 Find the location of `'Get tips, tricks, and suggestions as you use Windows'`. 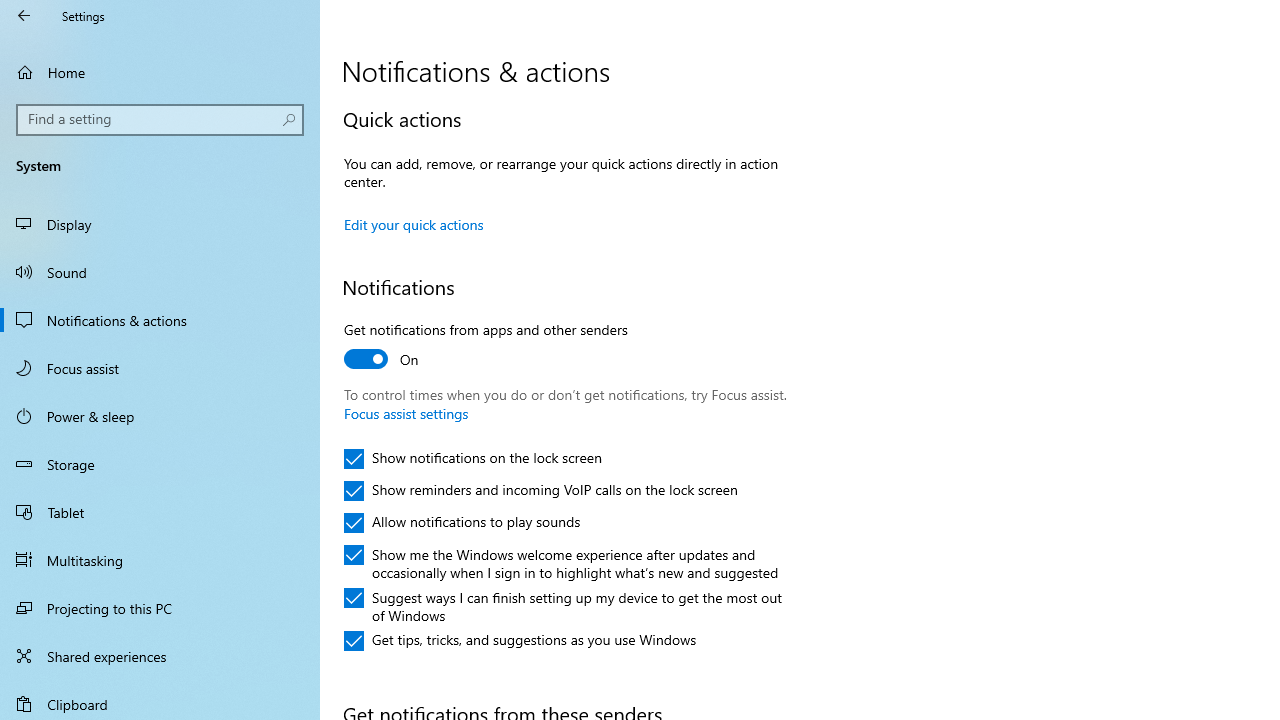

'Get tips, tricks, and suggestions as you use Windows' is located at coordinates (520, 640).